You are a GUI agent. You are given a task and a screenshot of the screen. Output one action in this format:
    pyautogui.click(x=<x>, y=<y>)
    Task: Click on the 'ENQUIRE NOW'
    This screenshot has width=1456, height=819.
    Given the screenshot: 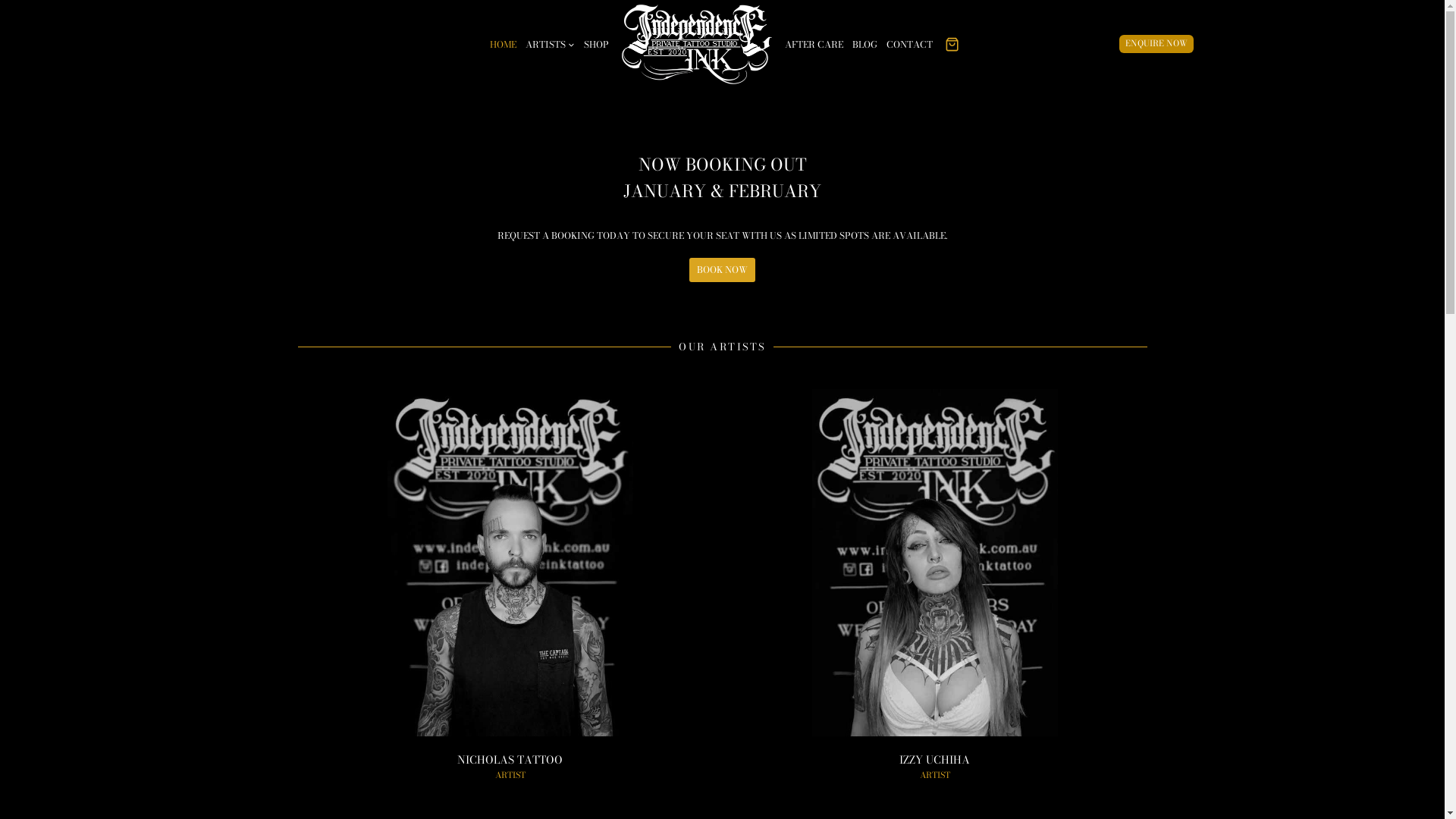 What is the action you would take?
    pyautogui.click(x=1155, y=42)
    